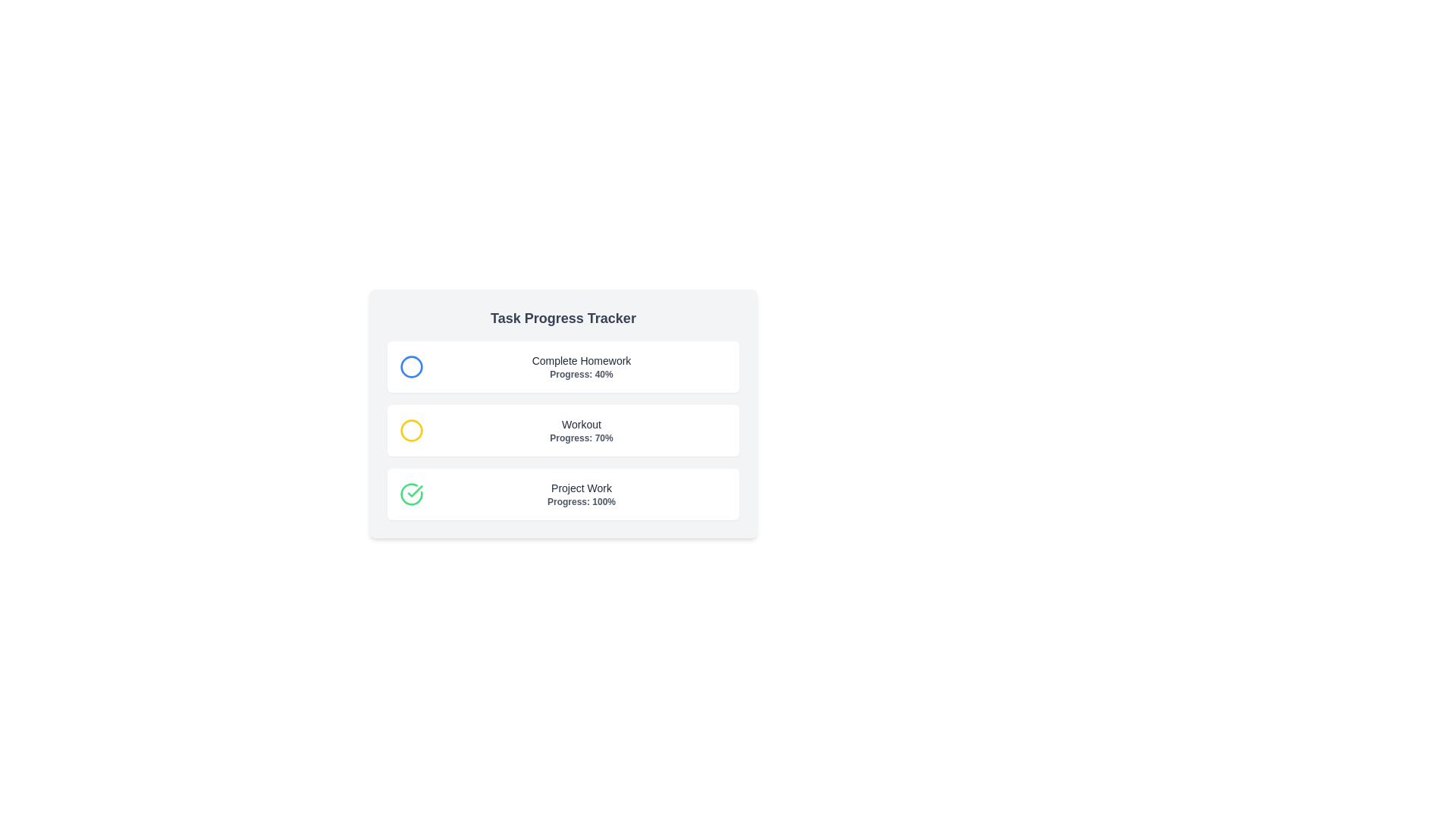  Describe the element at coordinates (581, 360) in the screenshot. I see `text of the label that says 'Complete Homework', which is styled with a small font size and medium weight, located at the top of the task progress tracker` at that location.